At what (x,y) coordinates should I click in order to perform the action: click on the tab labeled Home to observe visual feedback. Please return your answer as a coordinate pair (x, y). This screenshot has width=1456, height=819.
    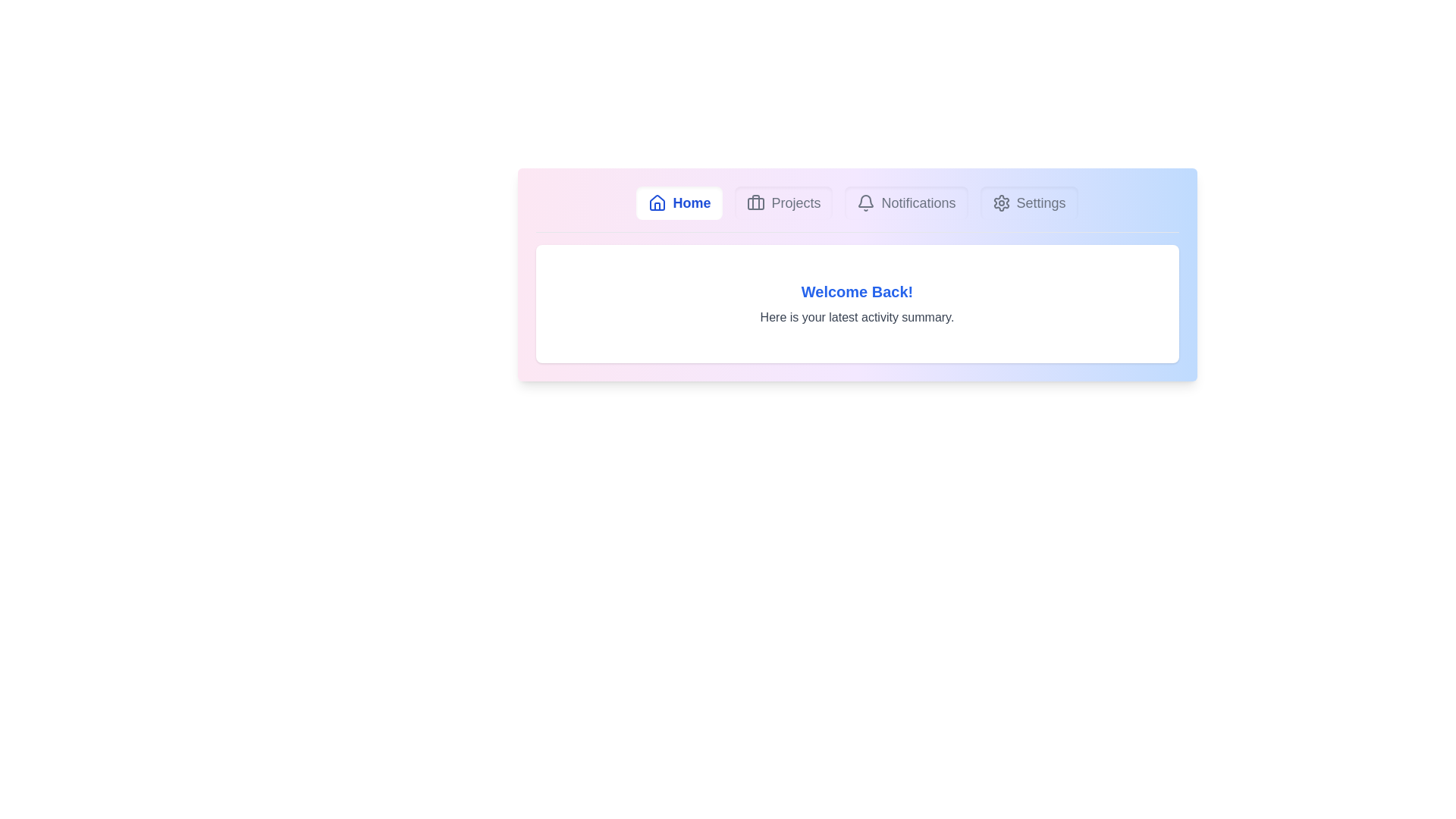
    Looking at the image, I should click on (679, 202).